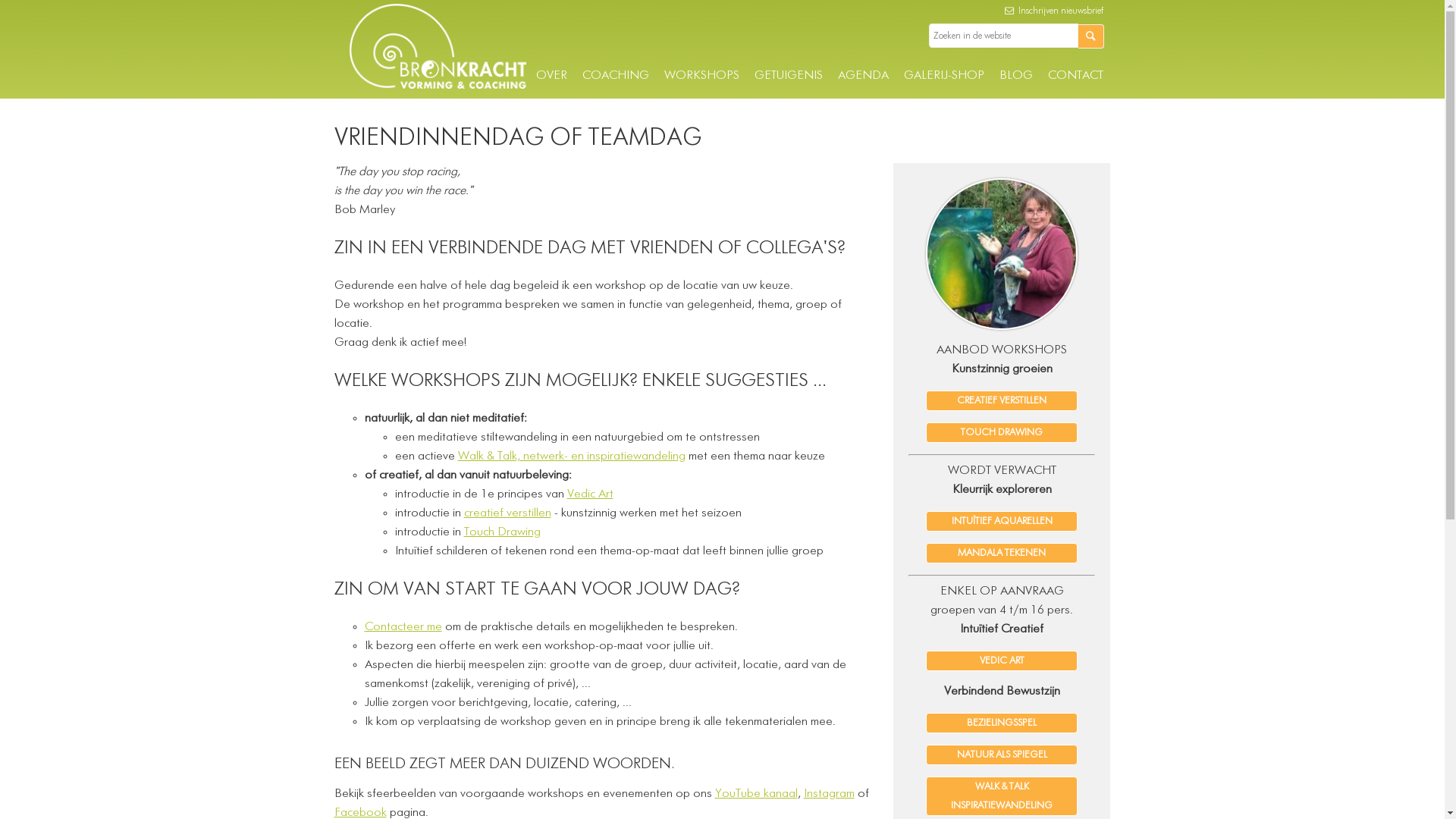 This screenshot has width=1456, height=819. What do you see at coordinates (582, 76) in the screenshot?
I see `'COACHING'` at bounding box center [582, 76].